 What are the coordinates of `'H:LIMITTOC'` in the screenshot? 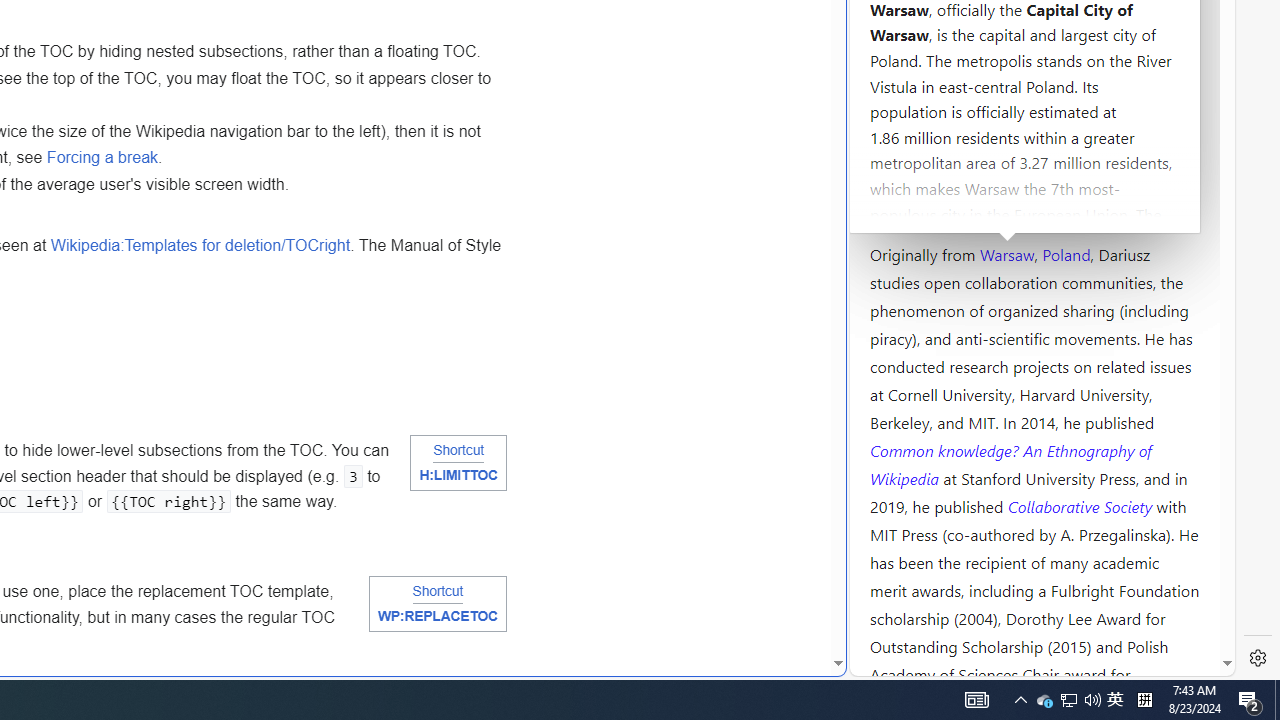 It's located at (457, 475).